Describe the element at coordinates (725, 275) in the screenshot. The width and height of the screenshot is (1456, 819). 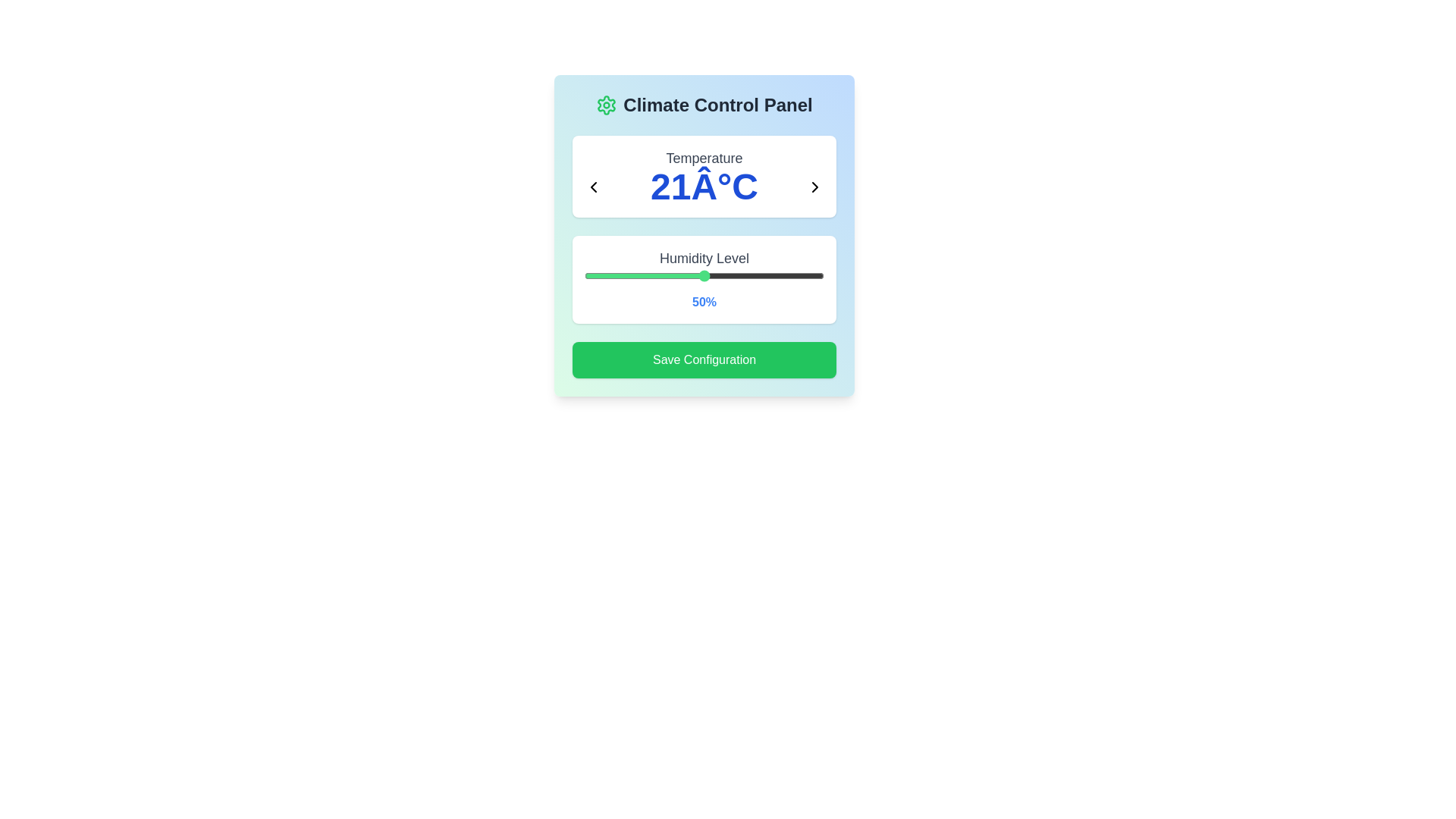
I see `the humidity slider to 59%` at that location.